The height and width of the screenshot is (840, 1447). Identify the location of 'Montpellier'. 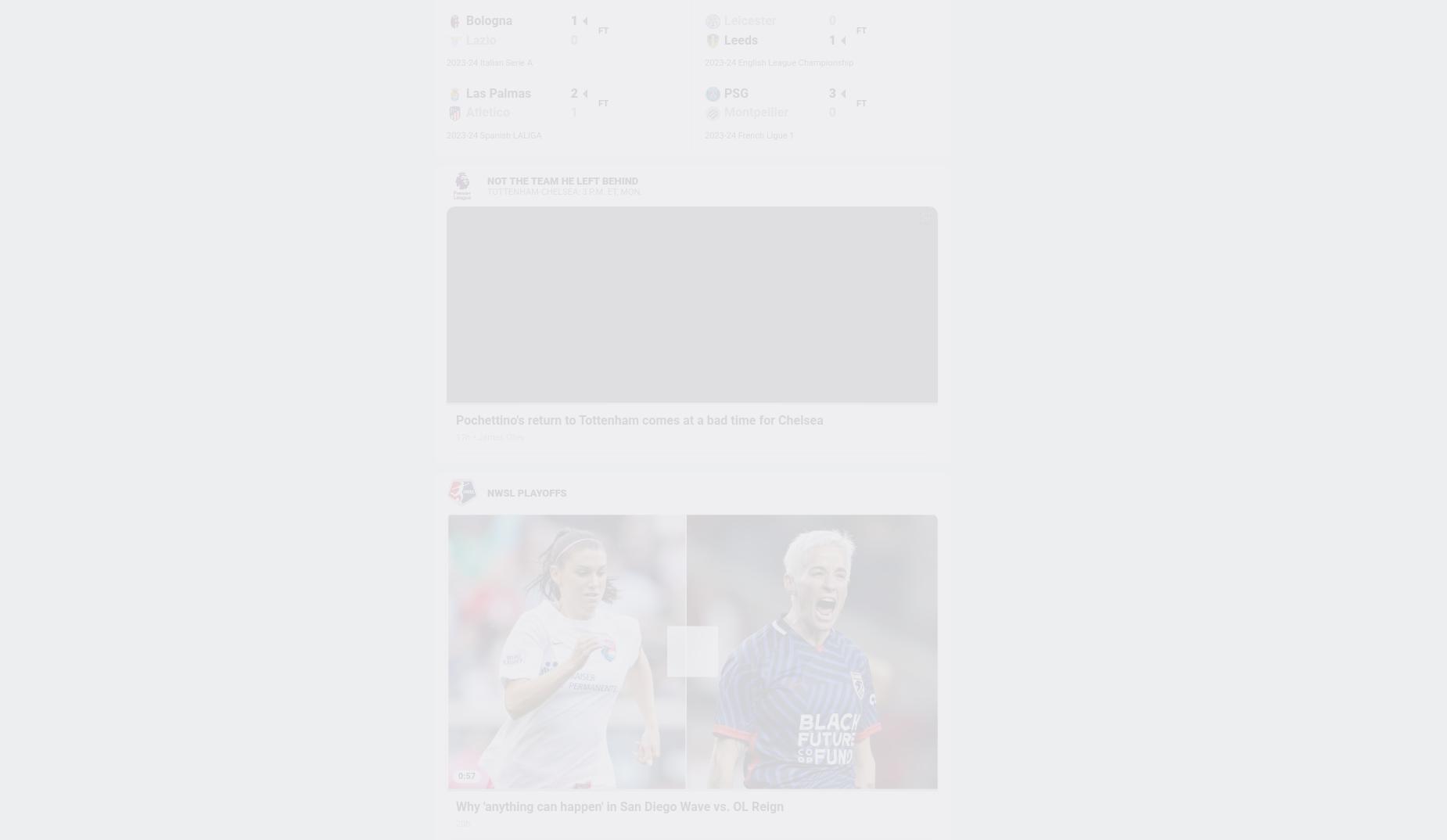
(755, 111).